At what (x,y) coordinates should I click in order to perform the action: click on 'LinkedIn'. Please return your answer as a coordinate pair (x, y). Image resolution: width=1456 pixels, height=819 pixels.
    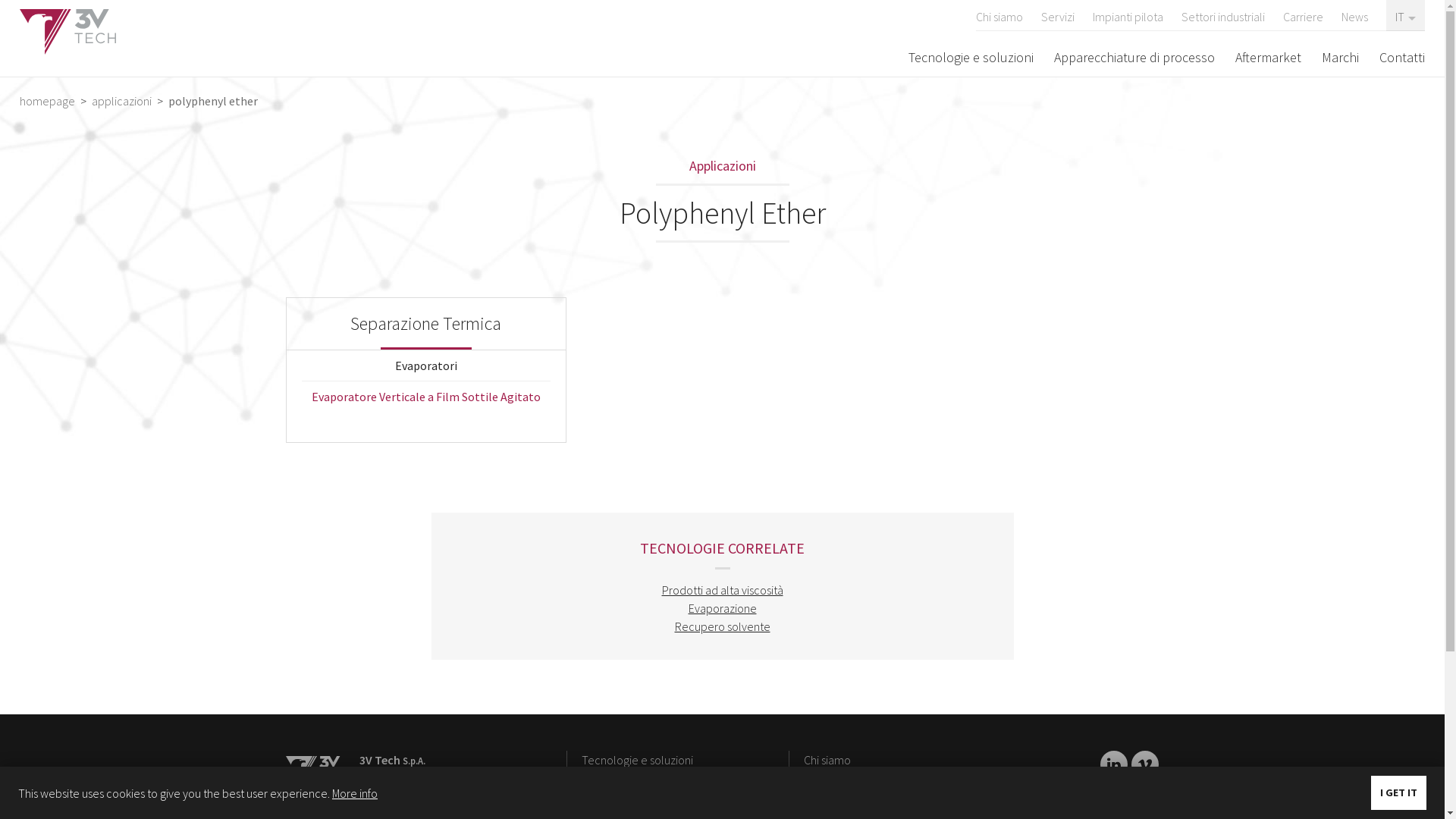
    Looking at the image, I should click on (1113, 764).